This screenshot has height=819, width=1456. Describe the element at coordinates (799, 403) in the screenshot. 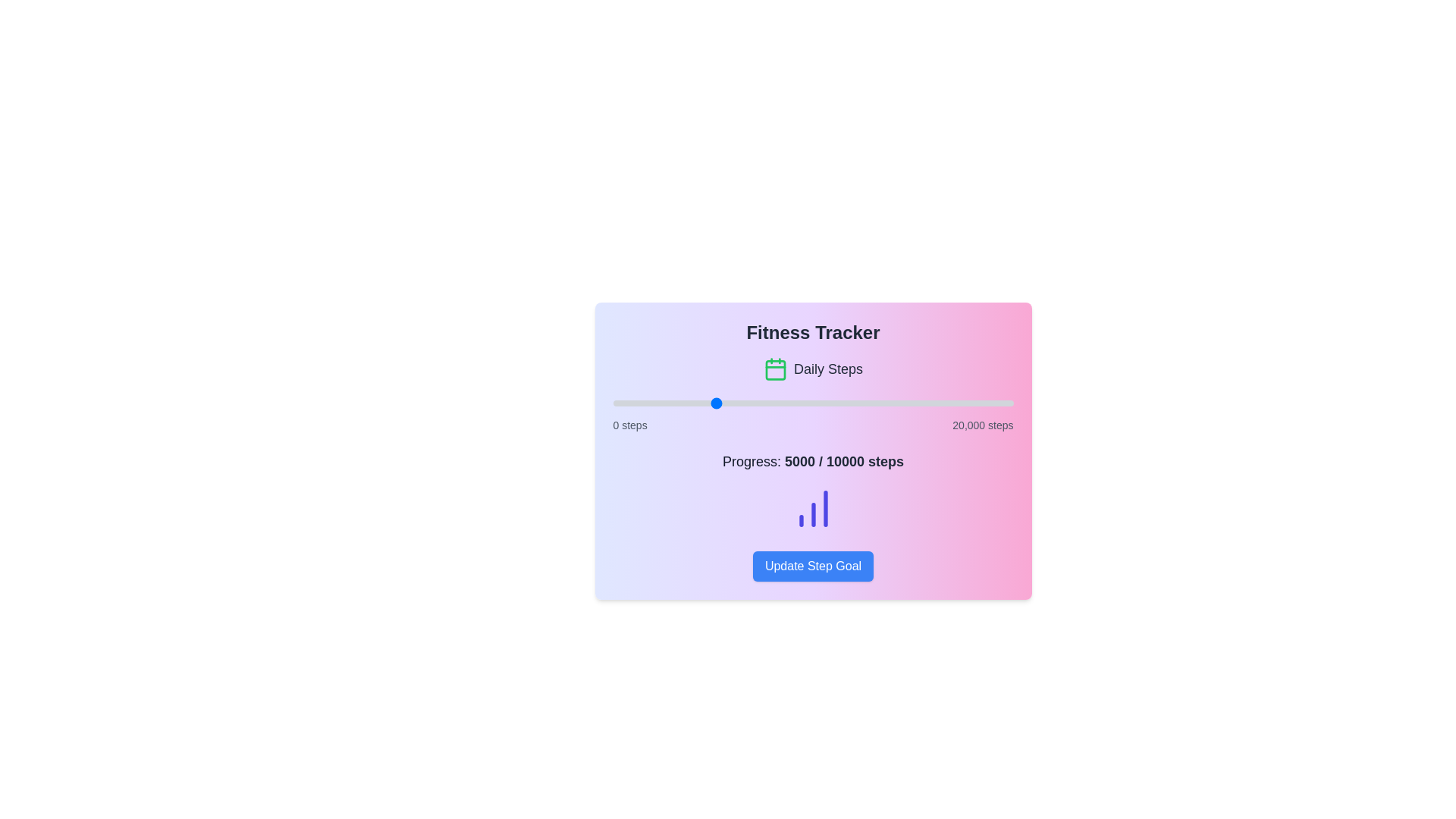

I see `the step progress slider to set the step count to 9358` at that location.